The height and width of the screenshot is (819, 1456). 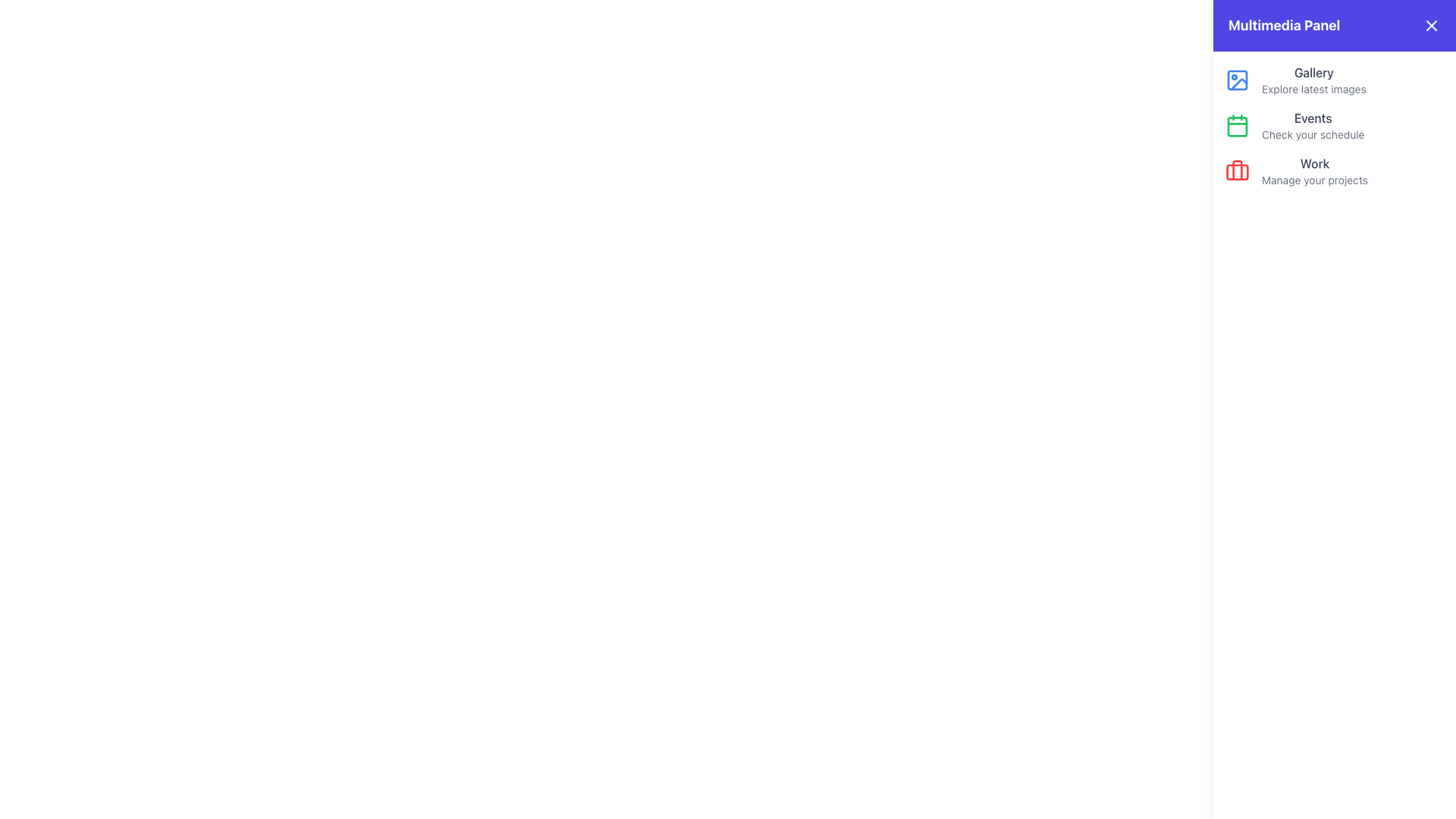 What do you see at coordinates (1313, 73) in the screenshot?
I see `the 'Gallery' menu label located at the top of the Multimedia Panel in the right sidebar, which is the first among three menu options and has the subtext 'Explore latest images.'` at bounding box center [1313, 73].